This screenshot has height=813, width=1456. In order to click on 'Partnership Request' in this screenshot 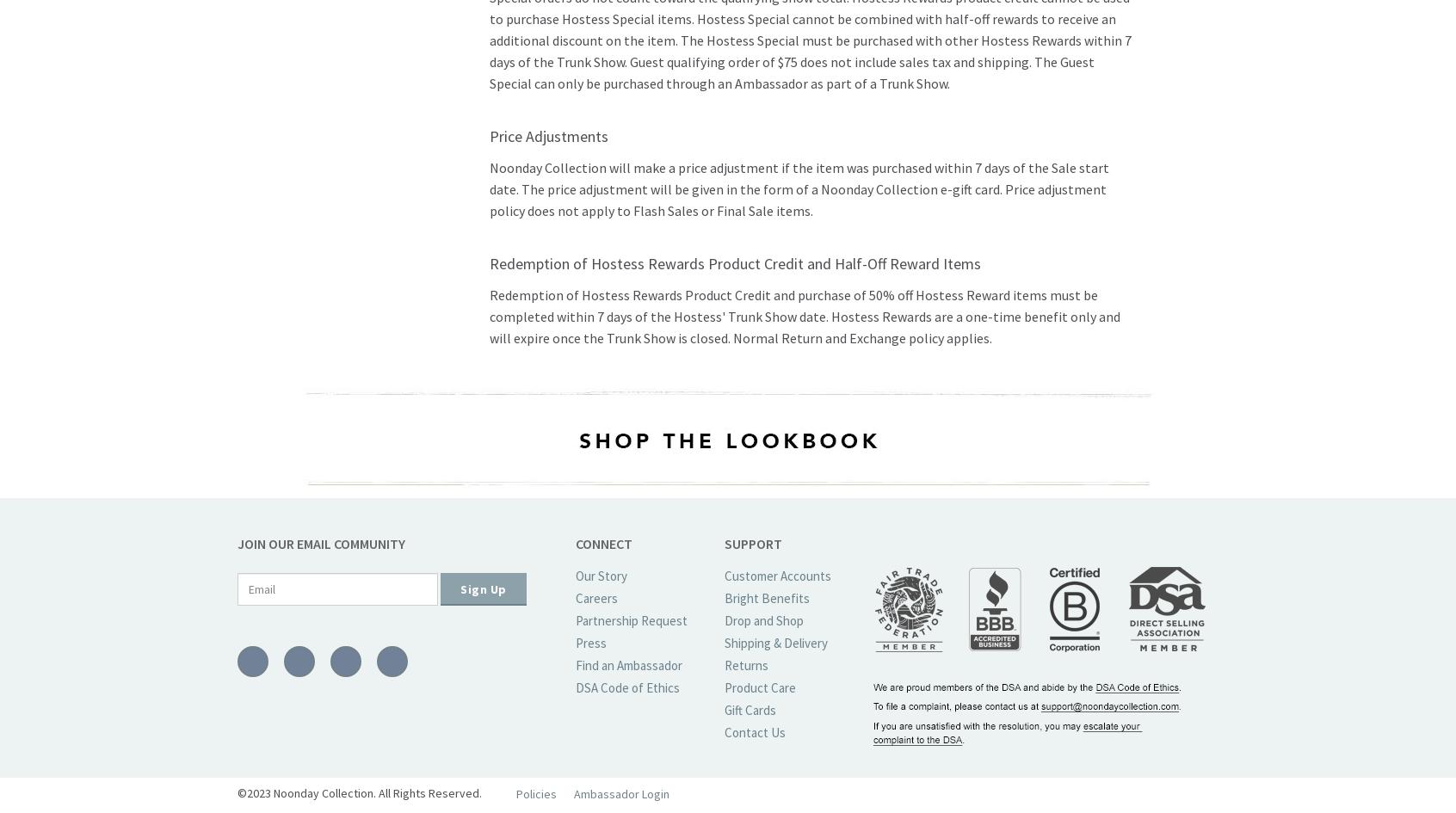, I will do `click(630, 620)`.